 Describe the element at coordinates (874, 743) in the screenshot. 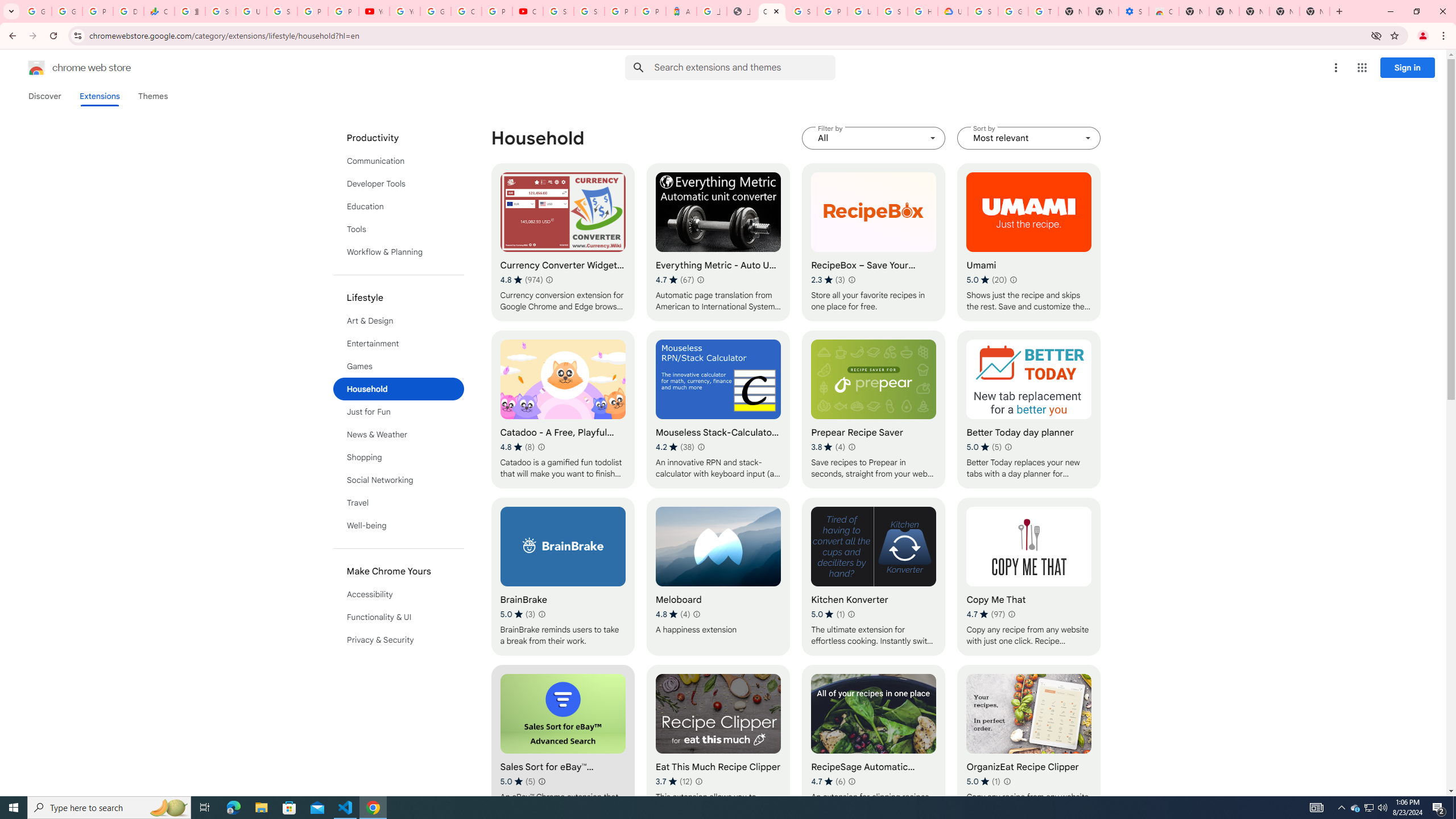

I see `'RecipeSage Automatic Recipe Clipper'` at that location.